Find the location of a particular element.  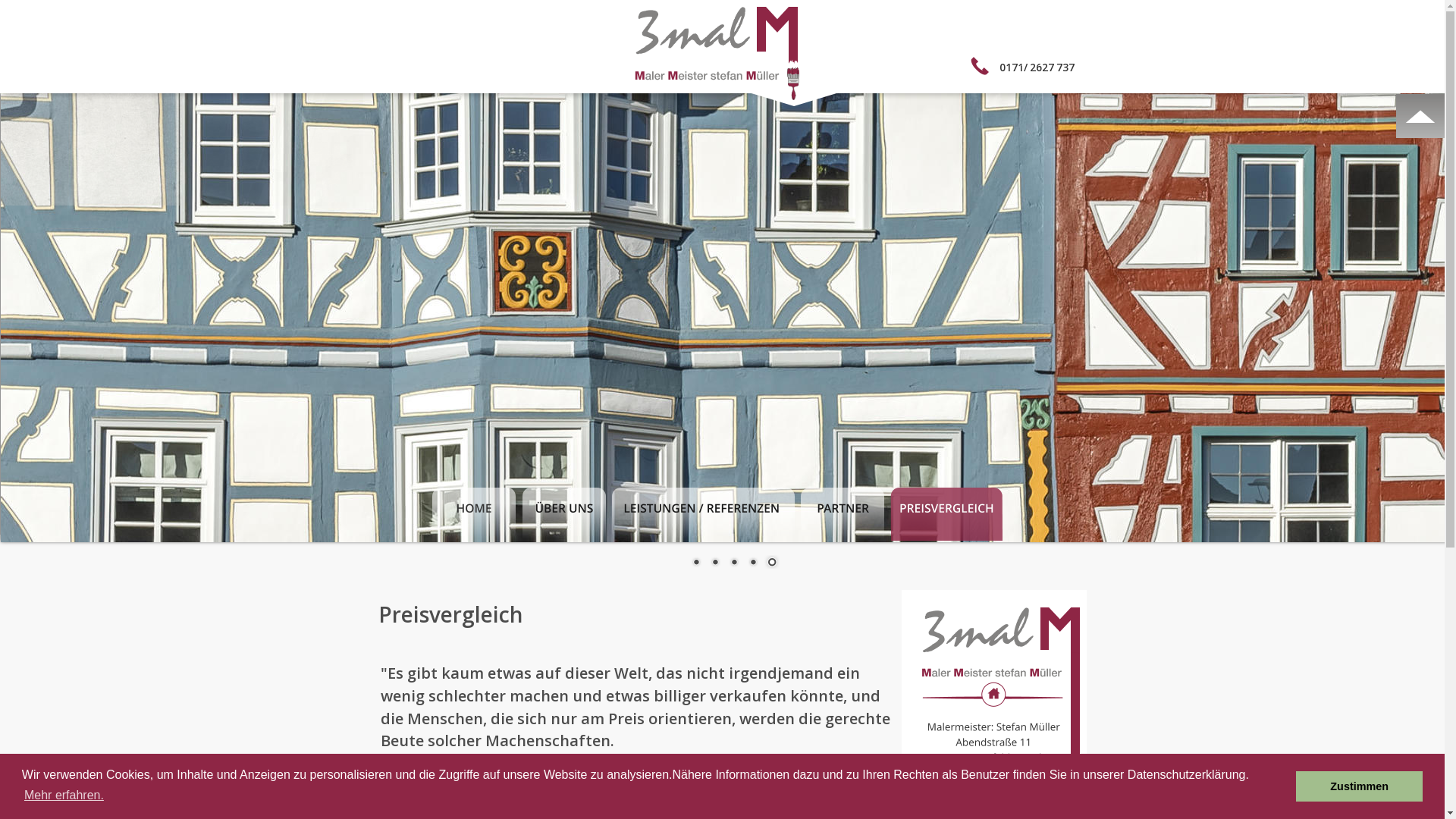

'0171' is located at coordinates (1012, 66).